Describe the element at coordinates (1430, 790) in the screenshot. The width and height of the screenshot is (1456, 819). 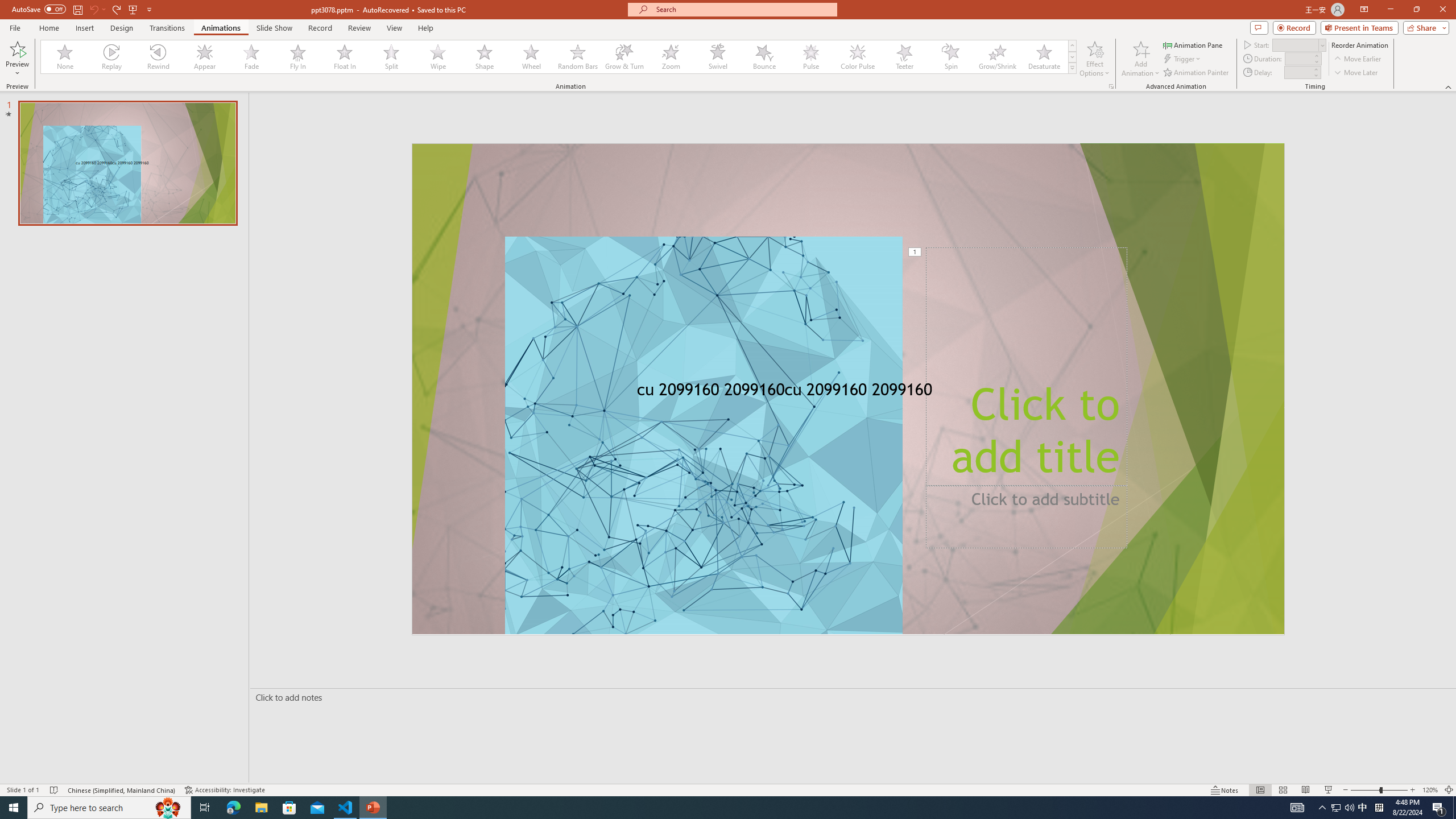
I see `'Zoom 120%'` at that location.